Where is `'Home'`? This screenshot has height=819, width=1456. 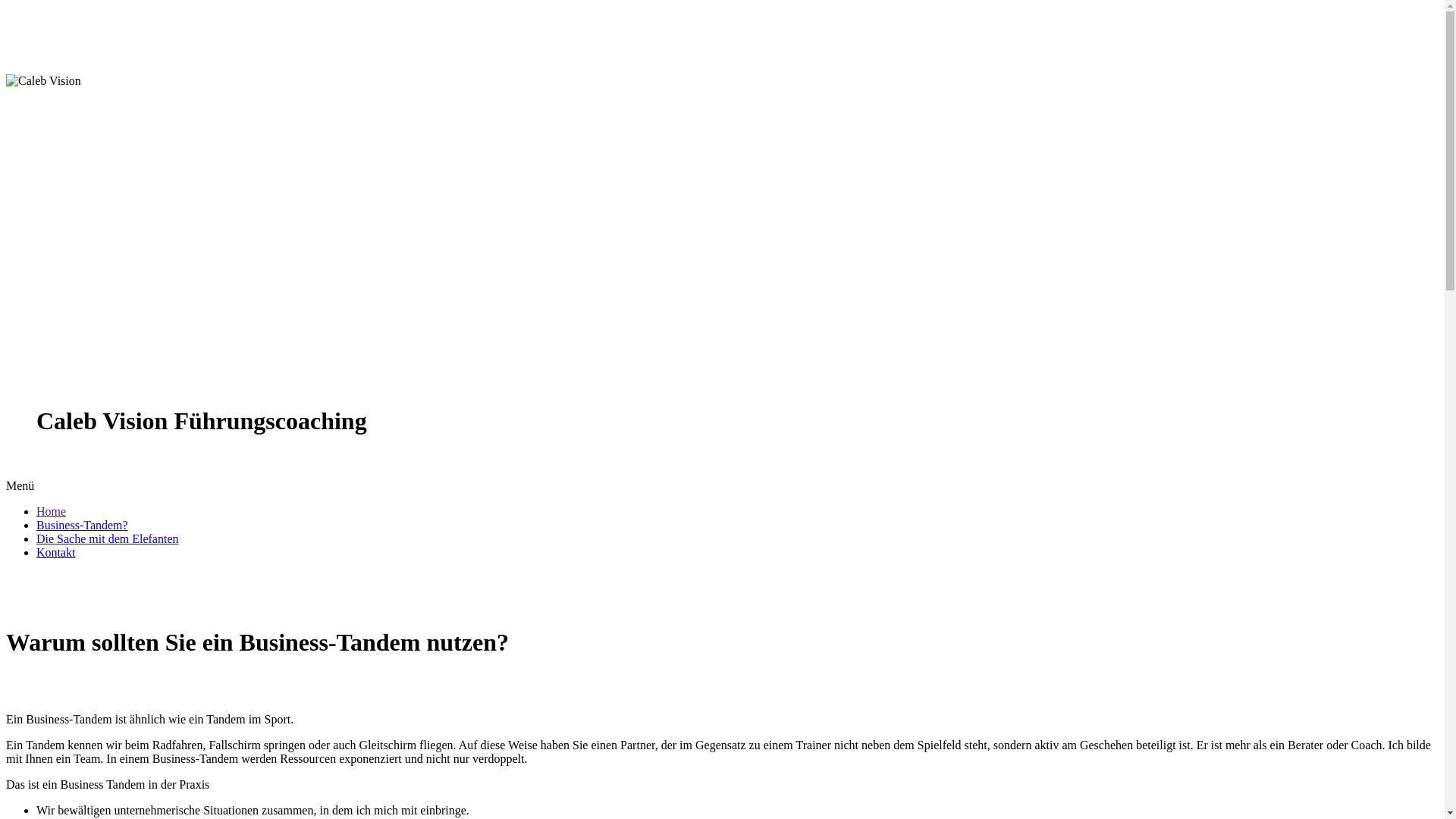
'Home' is located at coordinates (51, 511).